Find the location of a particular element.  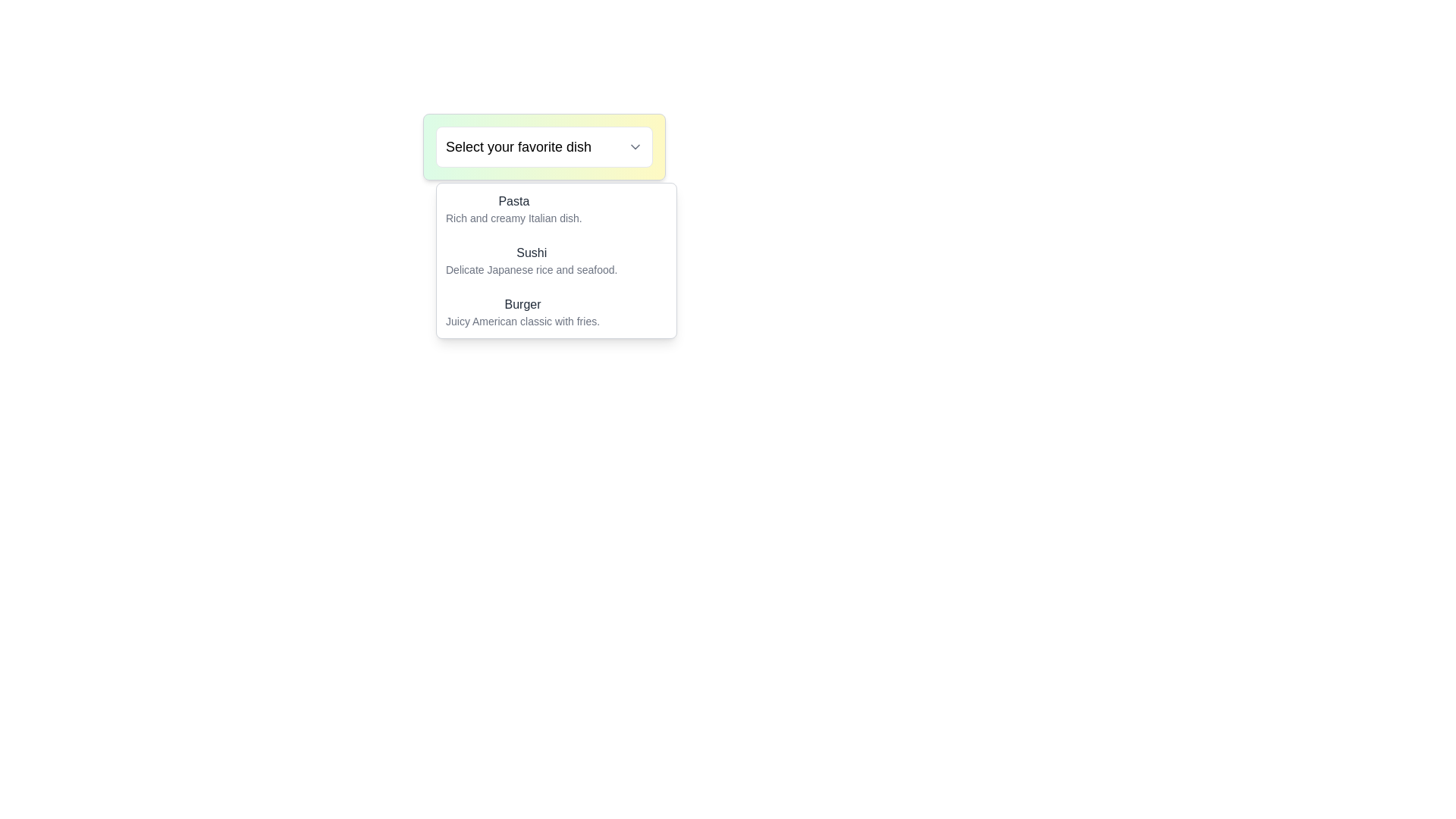

the 'Burger' menu option located in the dropdown menu, which is the third item featuring a prominent title and a description beneath is located at coordinates (556, 312).